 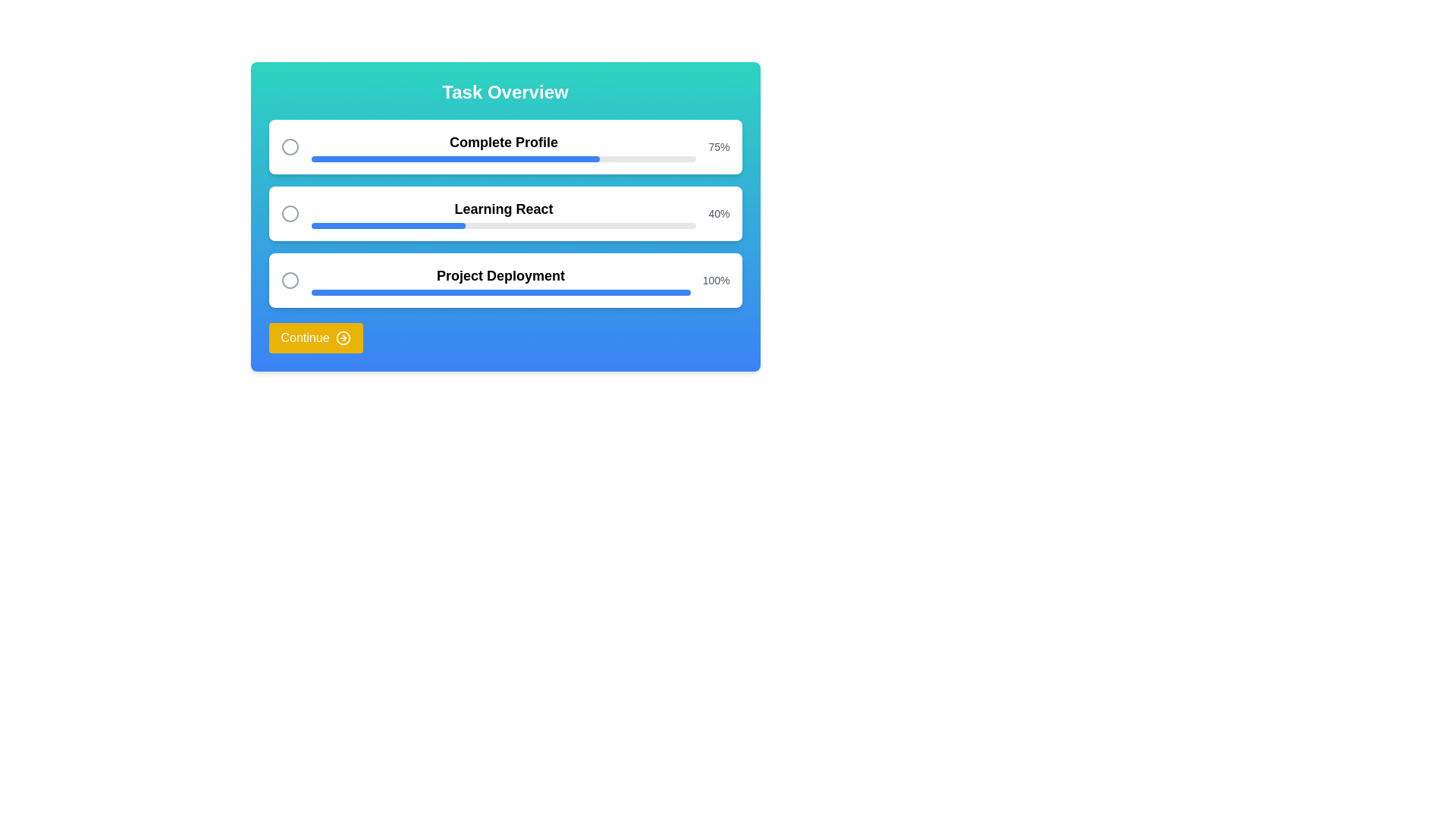 What do you see at coordinates (290, 146) in the screenshot?
I see `the icon indicating 'Complete Profile' which is positioned to the left of the text and the progress bar showing 75% completion` at bounding box center [290, 146].